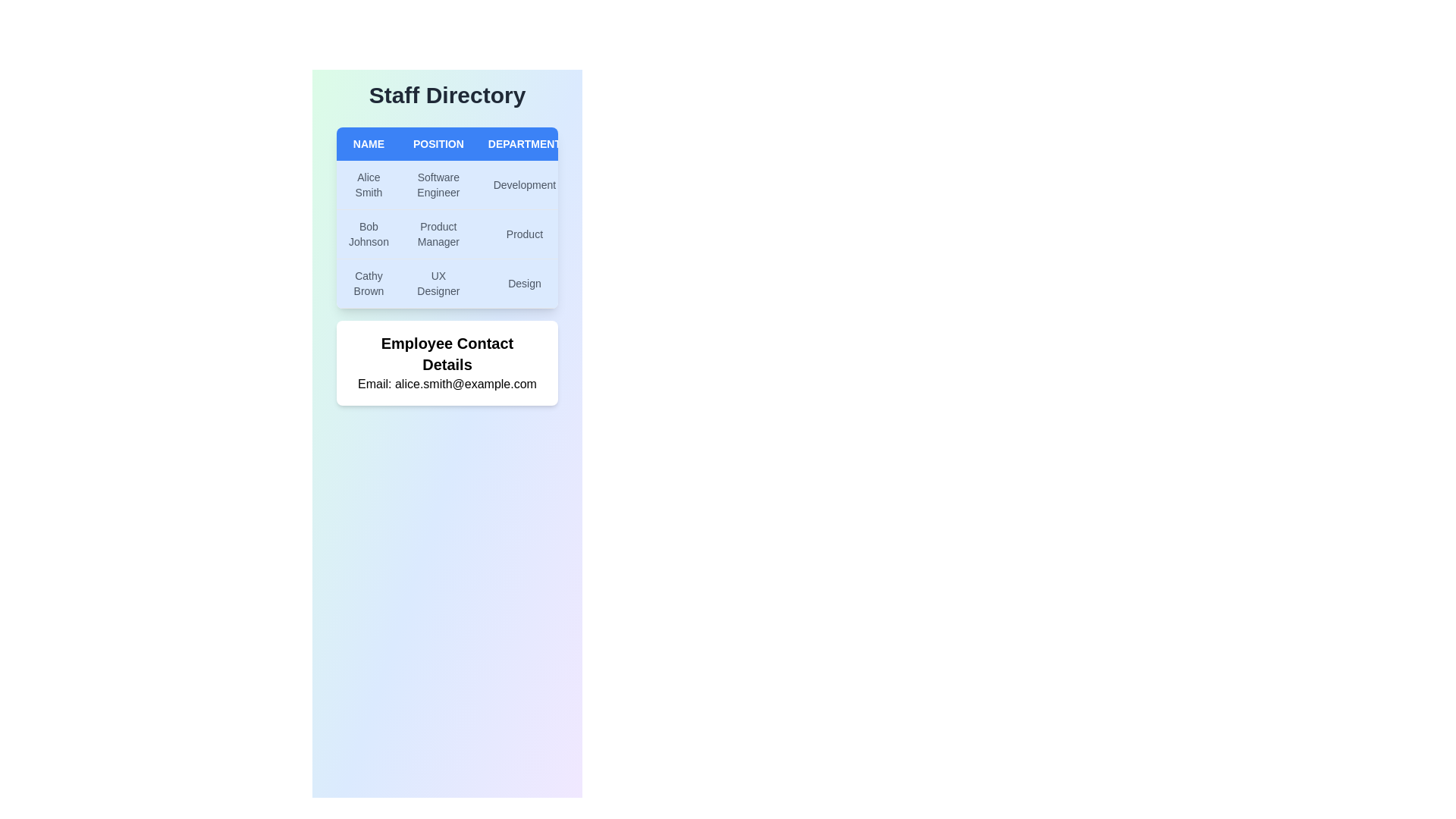 The width and height of the screenshot is (1456, 819). I want to click on the second table row displaying details about the staff member 'Bob Johnson', so click(491, 234).